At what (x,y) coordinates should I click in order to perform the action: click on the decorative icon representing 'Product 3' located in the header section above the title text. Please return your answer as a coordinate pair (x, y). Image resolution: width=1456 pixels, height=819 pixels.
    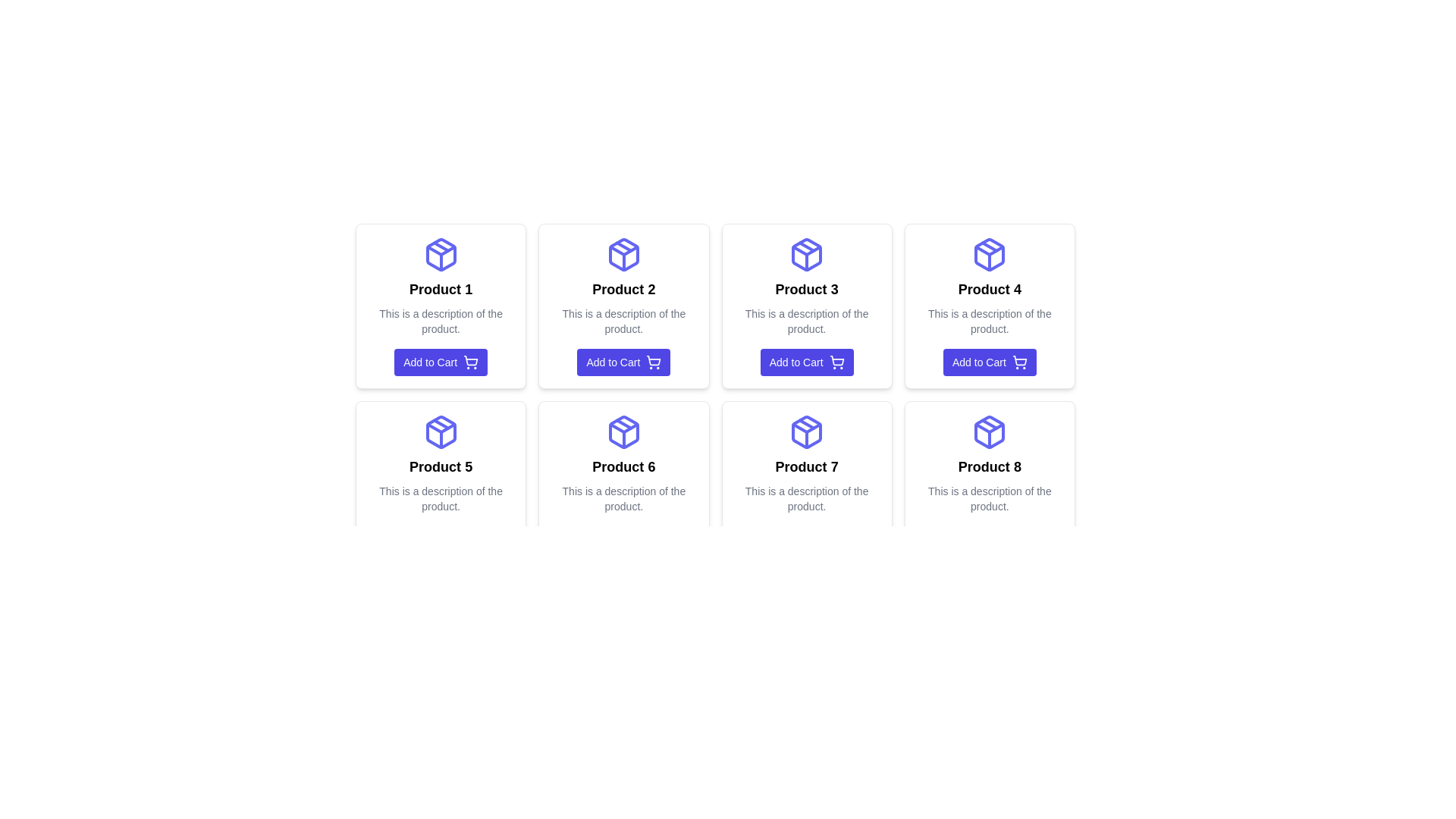
    Looking at the image, I should click on (806, 253).